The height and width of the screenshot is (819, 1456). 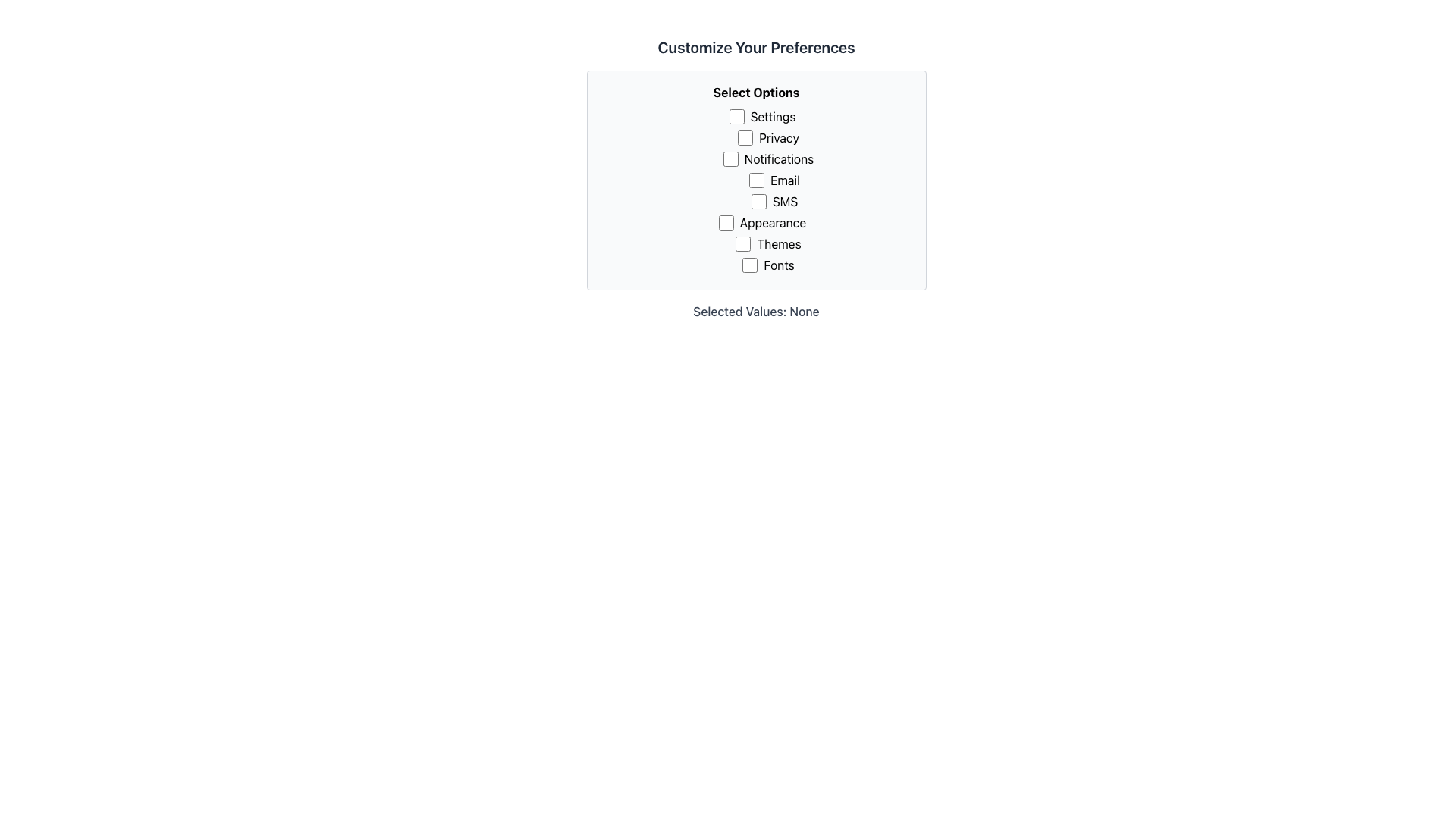 I want to click on the checkbox associated with the 'SMS' notification preference located in the 'Notifications' section, so click(x=774, y=201).